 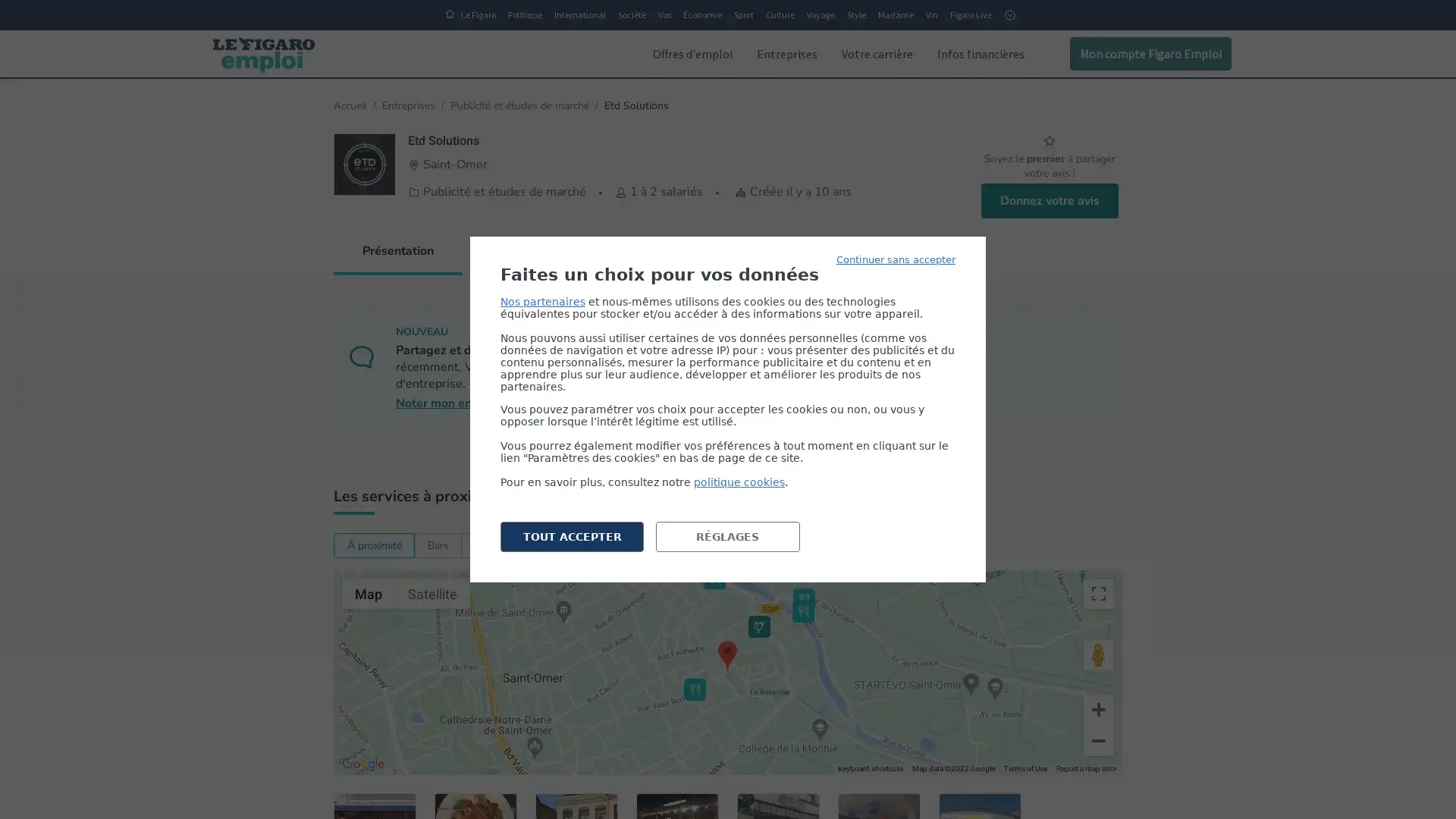 What do you see at coordinates (714, 578) in the screenshot?
I see `La Caze` at bounding box center [714, 578].